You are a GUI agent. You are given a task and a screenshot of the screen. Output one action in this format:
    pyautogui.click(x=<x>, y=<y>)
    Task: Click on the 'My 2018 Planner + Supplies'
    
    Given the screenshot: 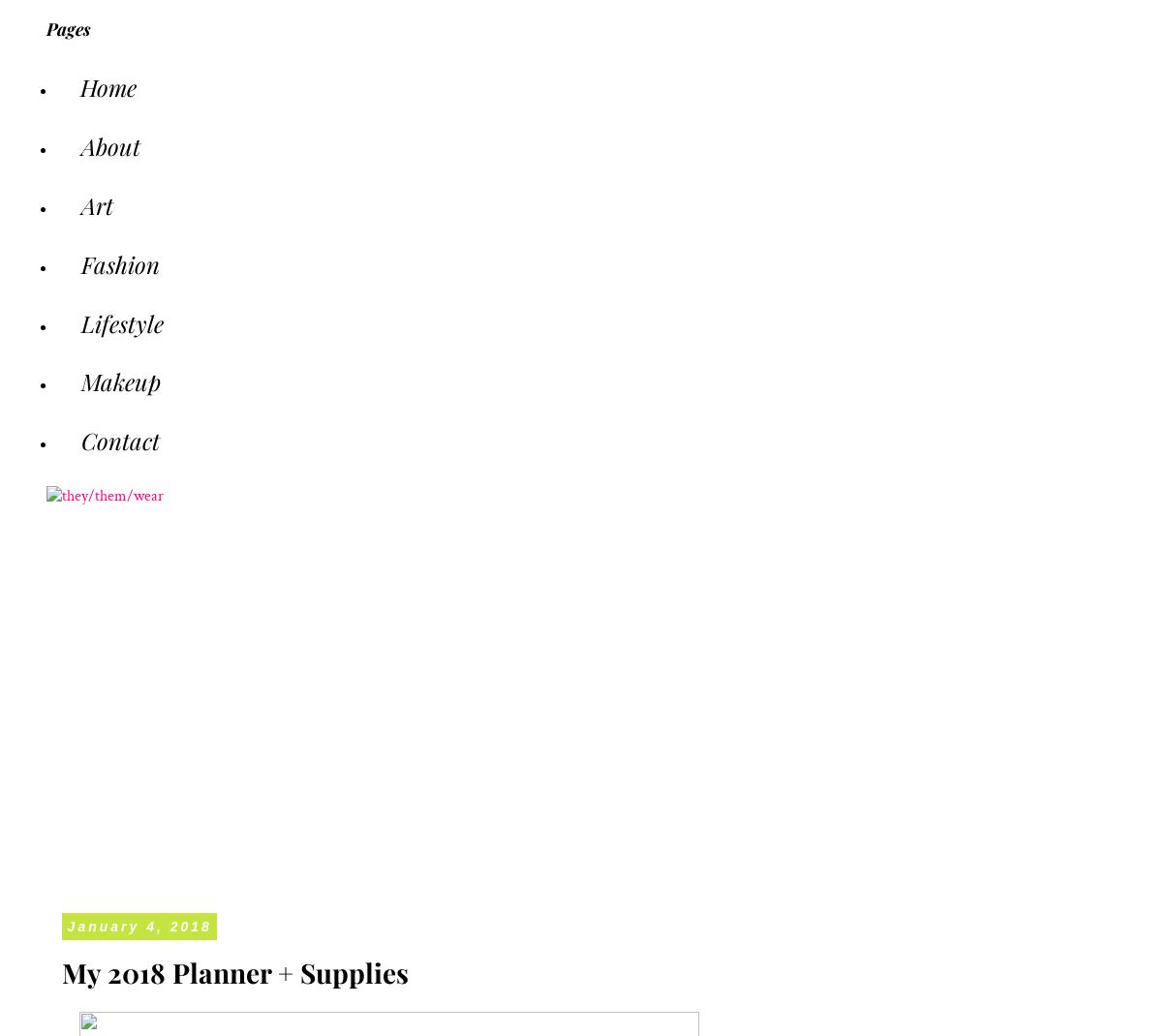 What is the action you would take?
    pyautogui.click(x=235, y=972)
    